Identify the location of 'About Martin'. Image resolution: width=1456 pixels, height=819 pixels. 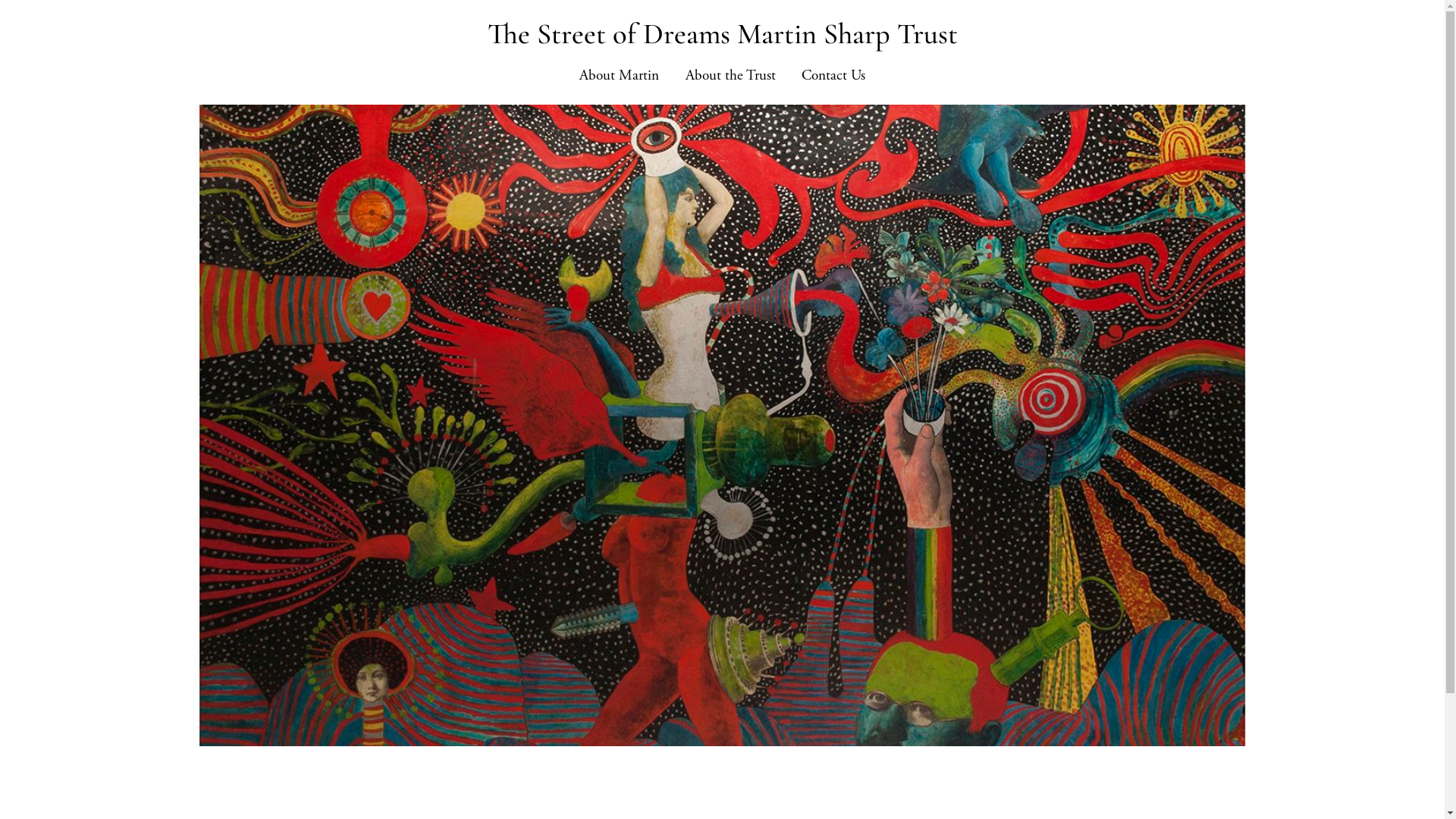
(619, 76).